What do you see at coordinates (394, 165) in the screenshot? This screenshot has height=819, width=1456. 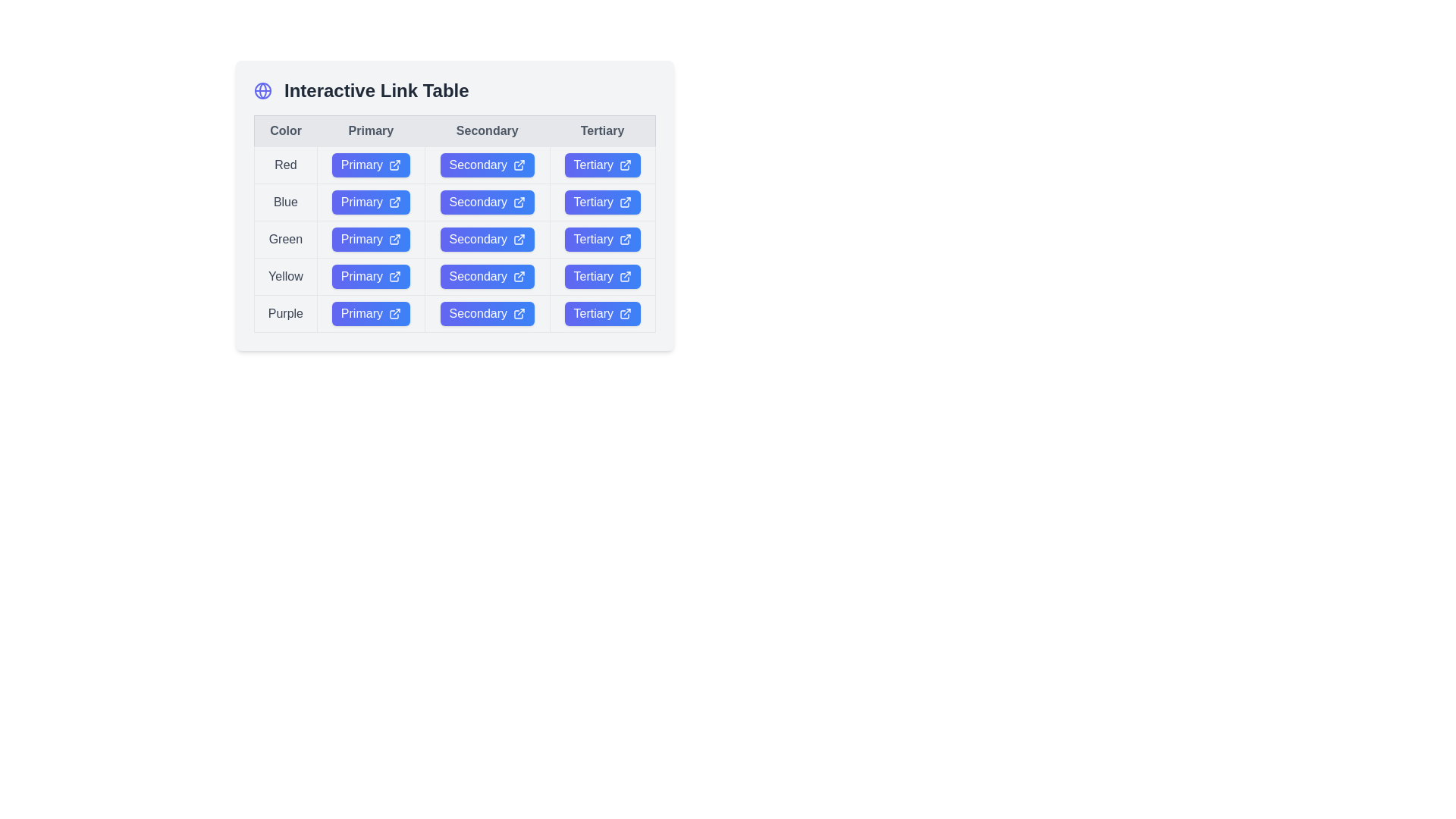 I see `the small external link icon located to the right of the 'Primary' text in the 'Red' button within the first row of the table under the 'Color' header` at bounding box center [394, 165].